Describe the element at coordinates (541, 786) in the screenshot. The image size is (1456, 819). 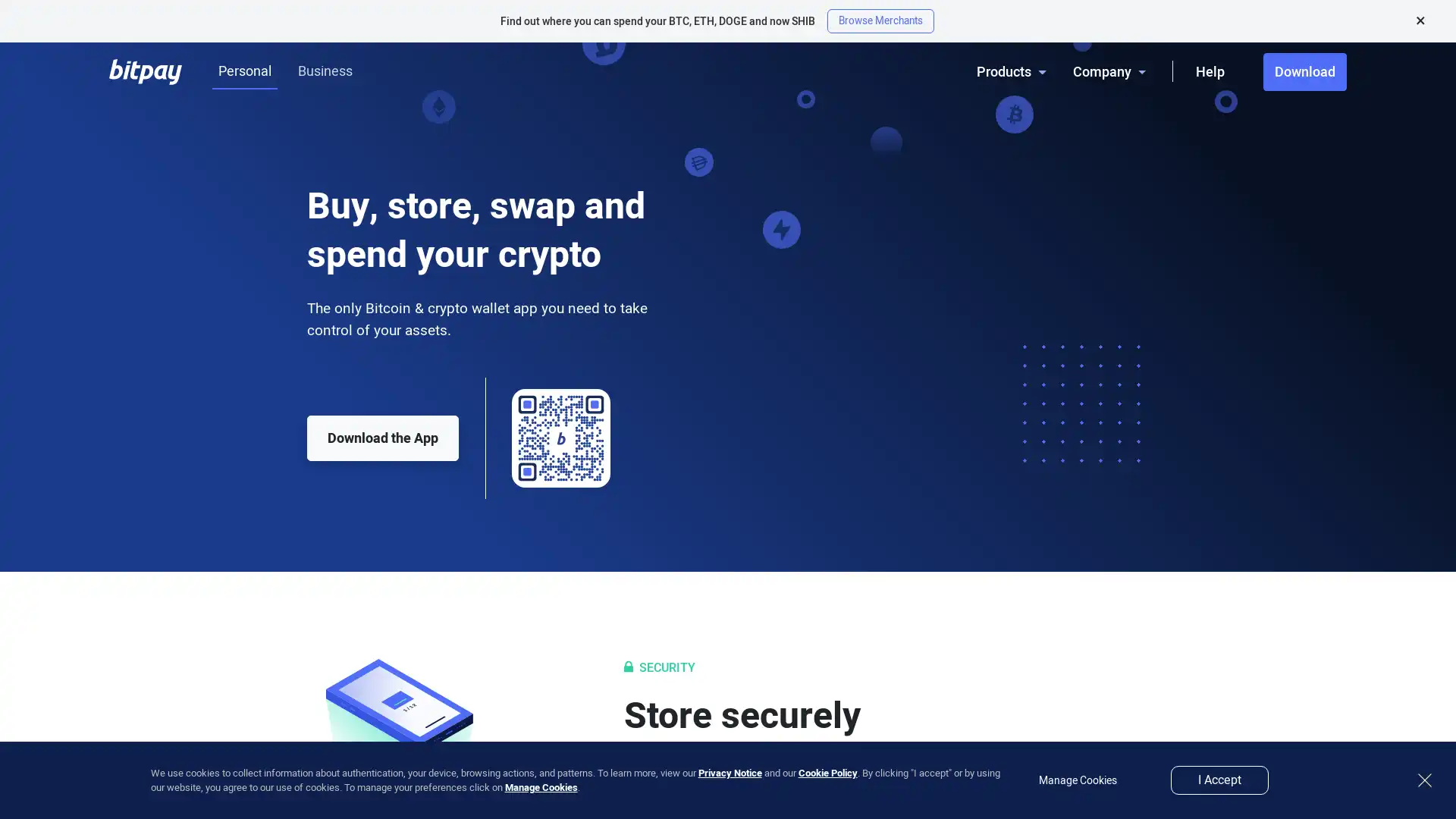
I see `Manage Cookies` at that location.